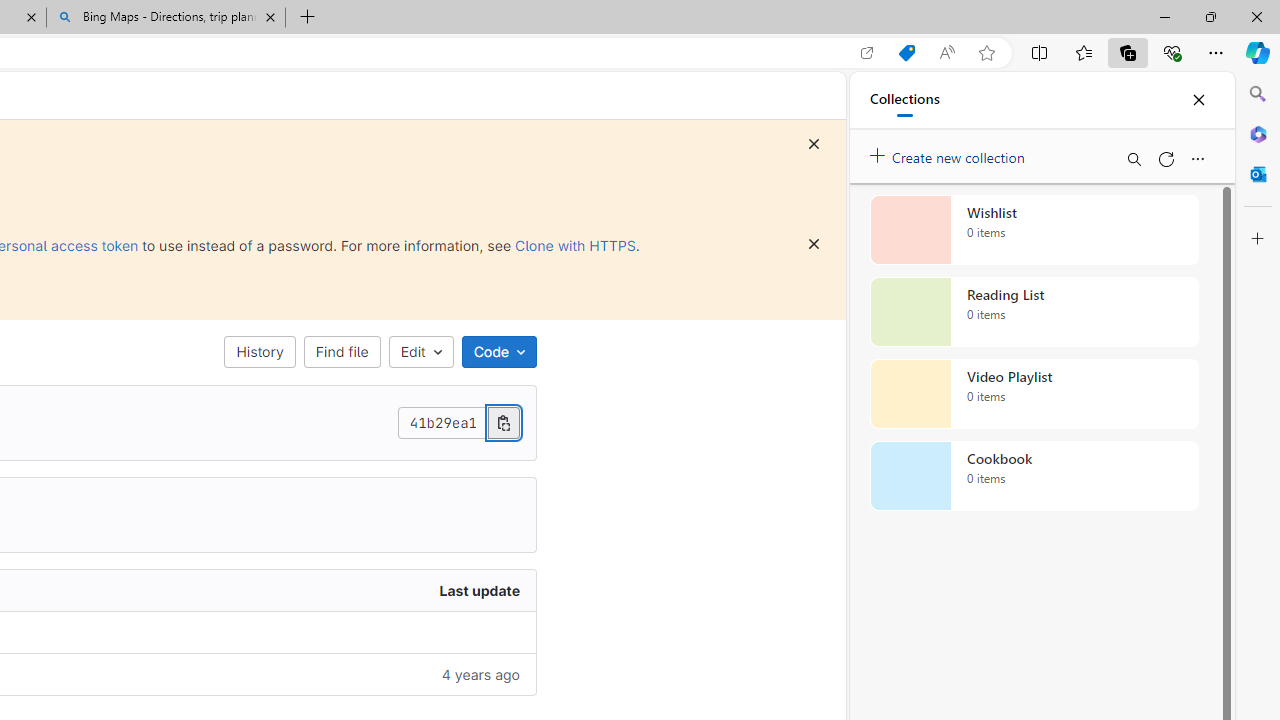 The image size is (1280, 720). Describe the element at coordinates (814, 243) in the screenshot. I see `'Class: s16 gl-icon gl-button-icon '` at that location.